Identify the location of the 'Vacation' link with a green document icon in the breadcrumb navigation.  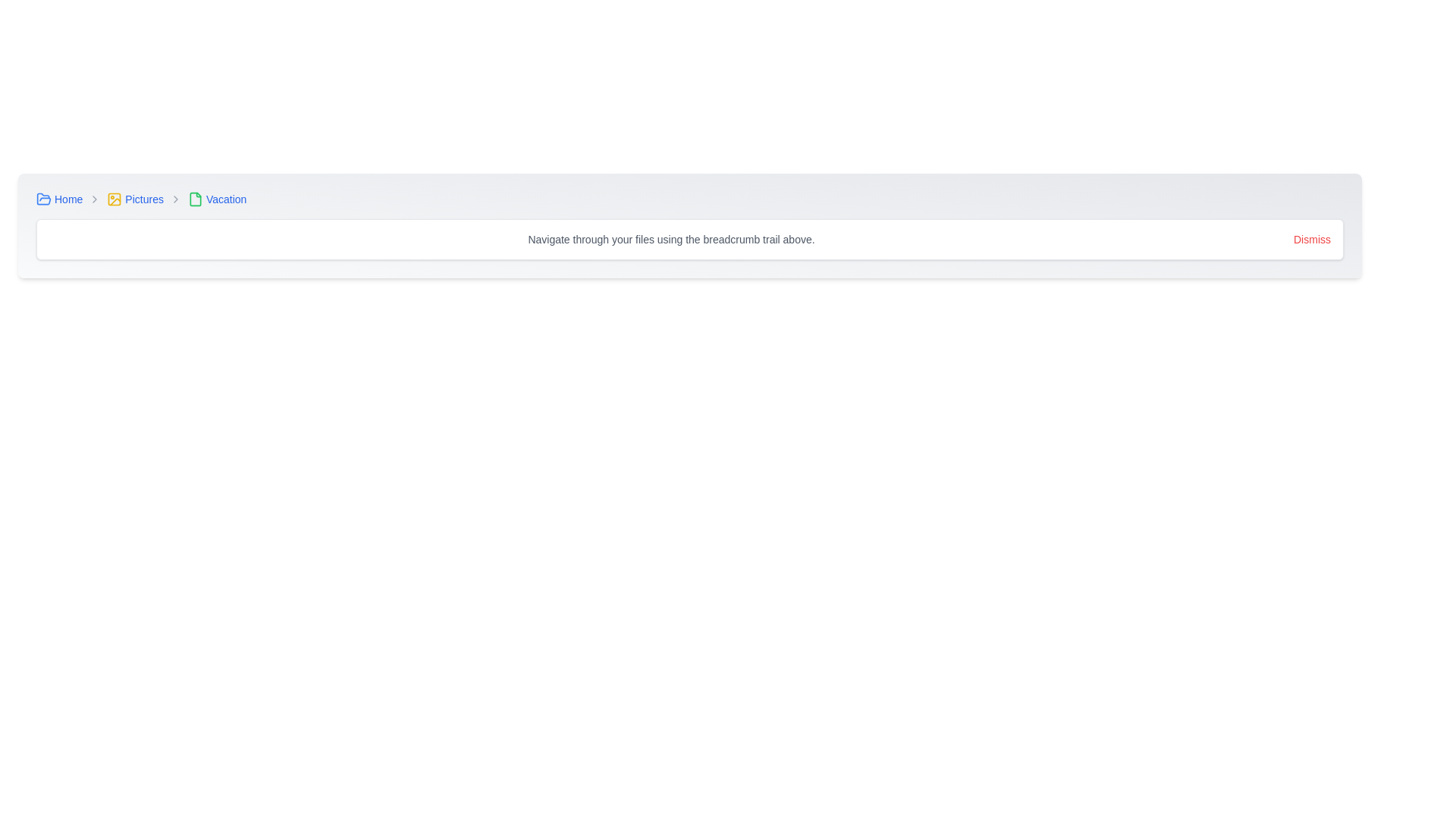
(216, 198).